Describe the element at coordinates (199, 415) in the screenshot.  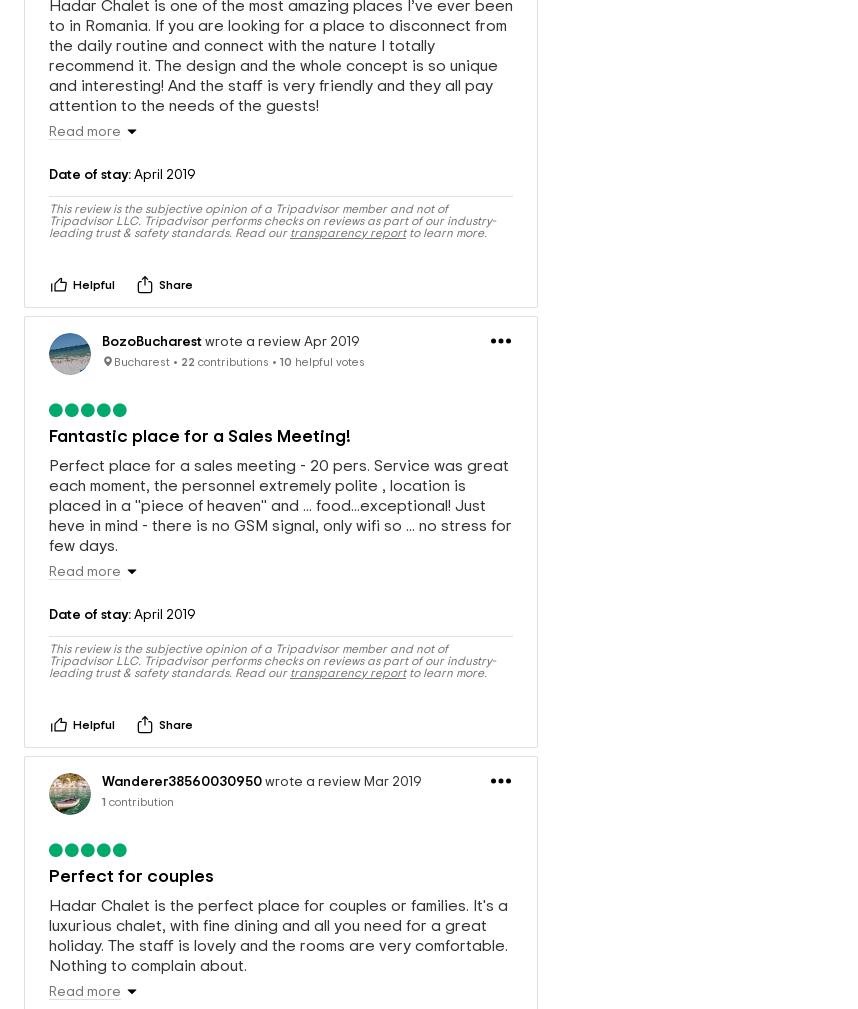
I see `'Fantastic place for a Sales Meeting!'` at that location.